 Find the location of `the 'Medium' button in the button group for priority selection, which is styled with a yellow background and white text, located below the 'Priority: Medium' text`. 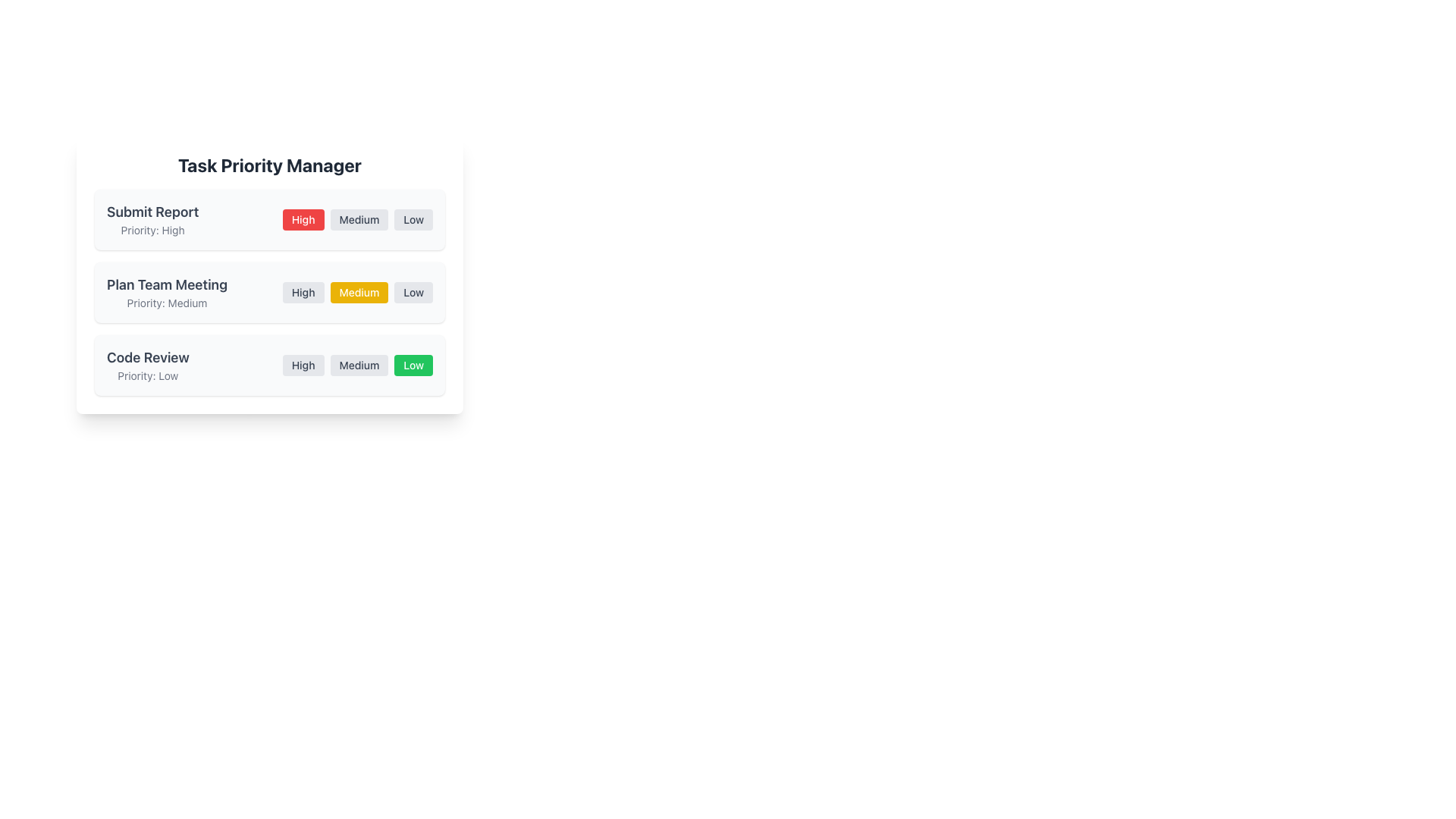

the 'Medium' button in the button group for priority selection, which is styled with a yellow background and white text, located below the 'Priority: Medium' text is located at coordinates (356, 292).